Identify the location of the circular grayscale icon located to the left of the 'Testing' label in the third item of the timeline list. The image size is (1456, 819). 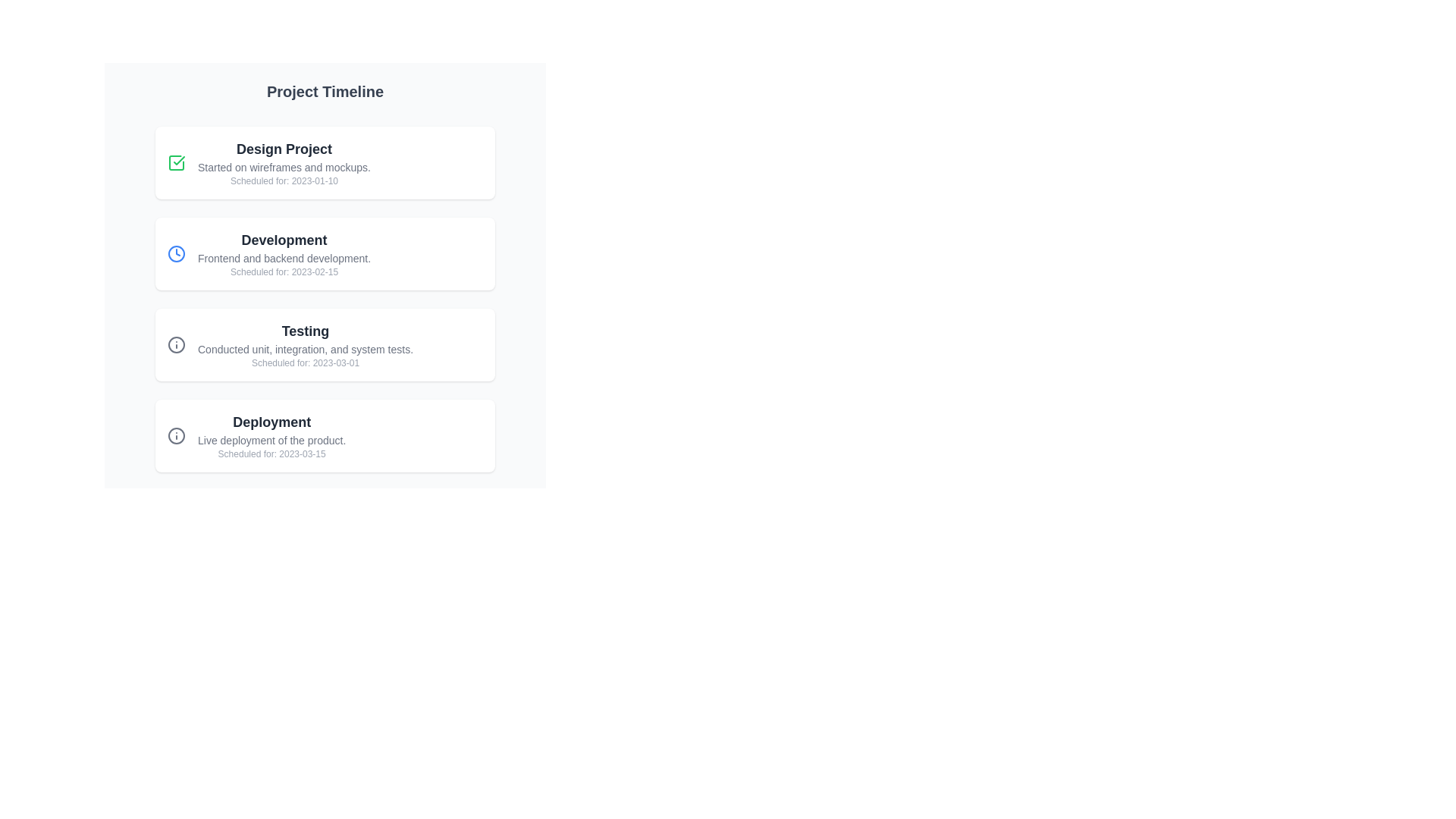
(177, 345).